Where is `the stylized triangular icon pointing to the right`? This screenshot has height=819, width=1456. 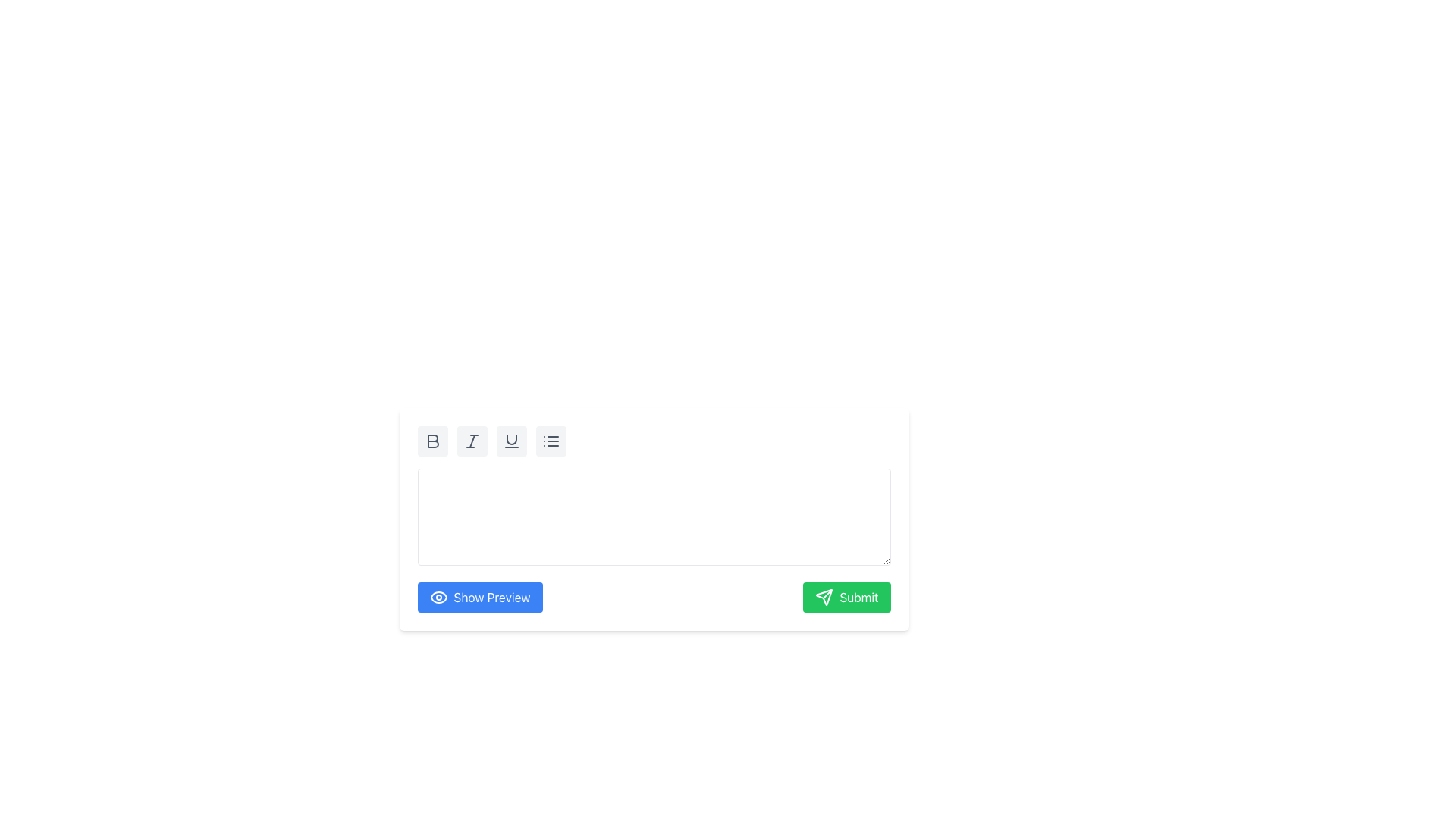
the stylized triangular icon pointing to the right is located at coordinates (824, 596).